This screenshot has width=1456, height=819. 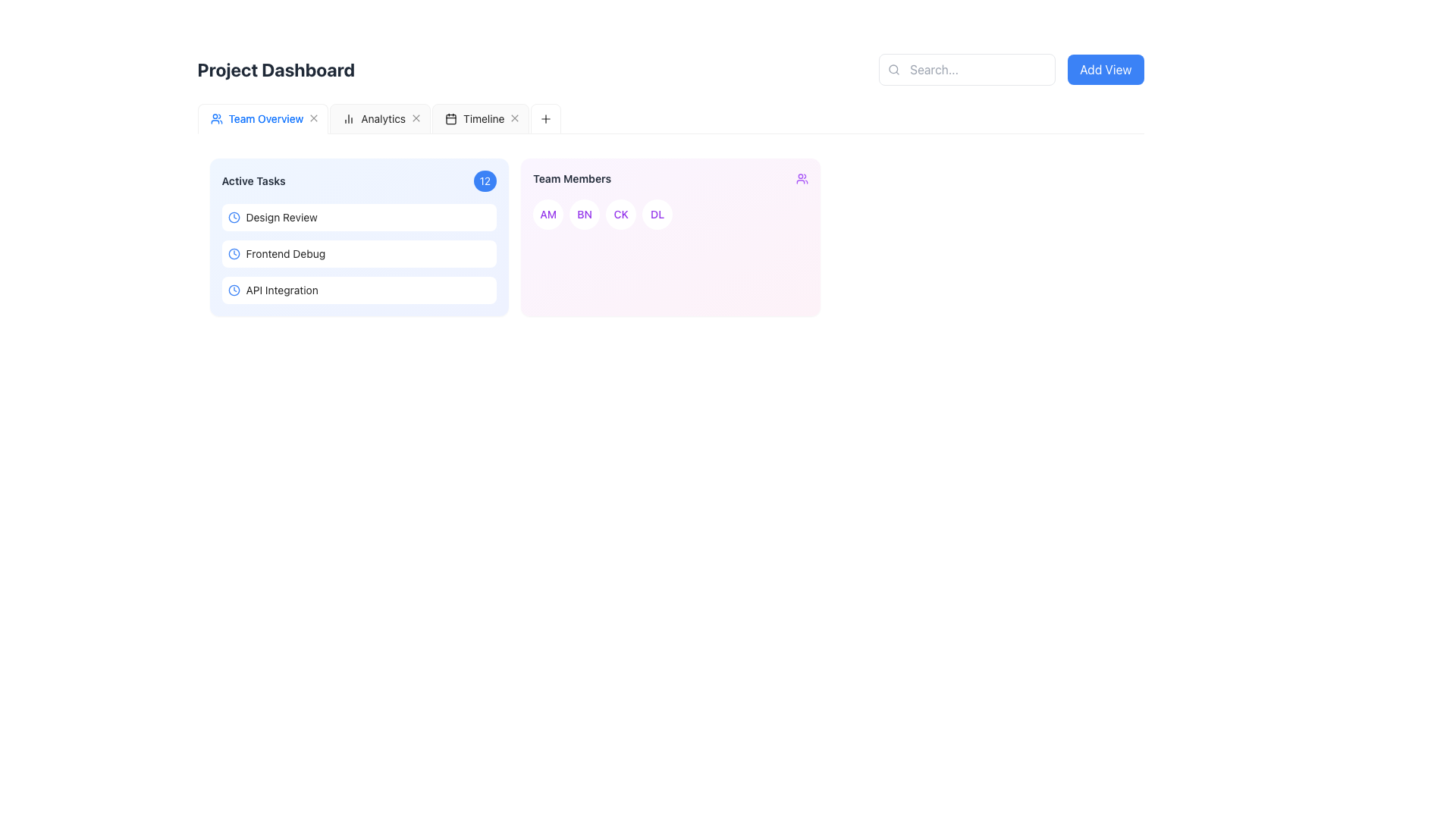 I want to click on the circular search icon element styled with a black stroke located in the upper-right corner of the interface, adjacent to the 'Add View' button, so click(x=893, y=69).